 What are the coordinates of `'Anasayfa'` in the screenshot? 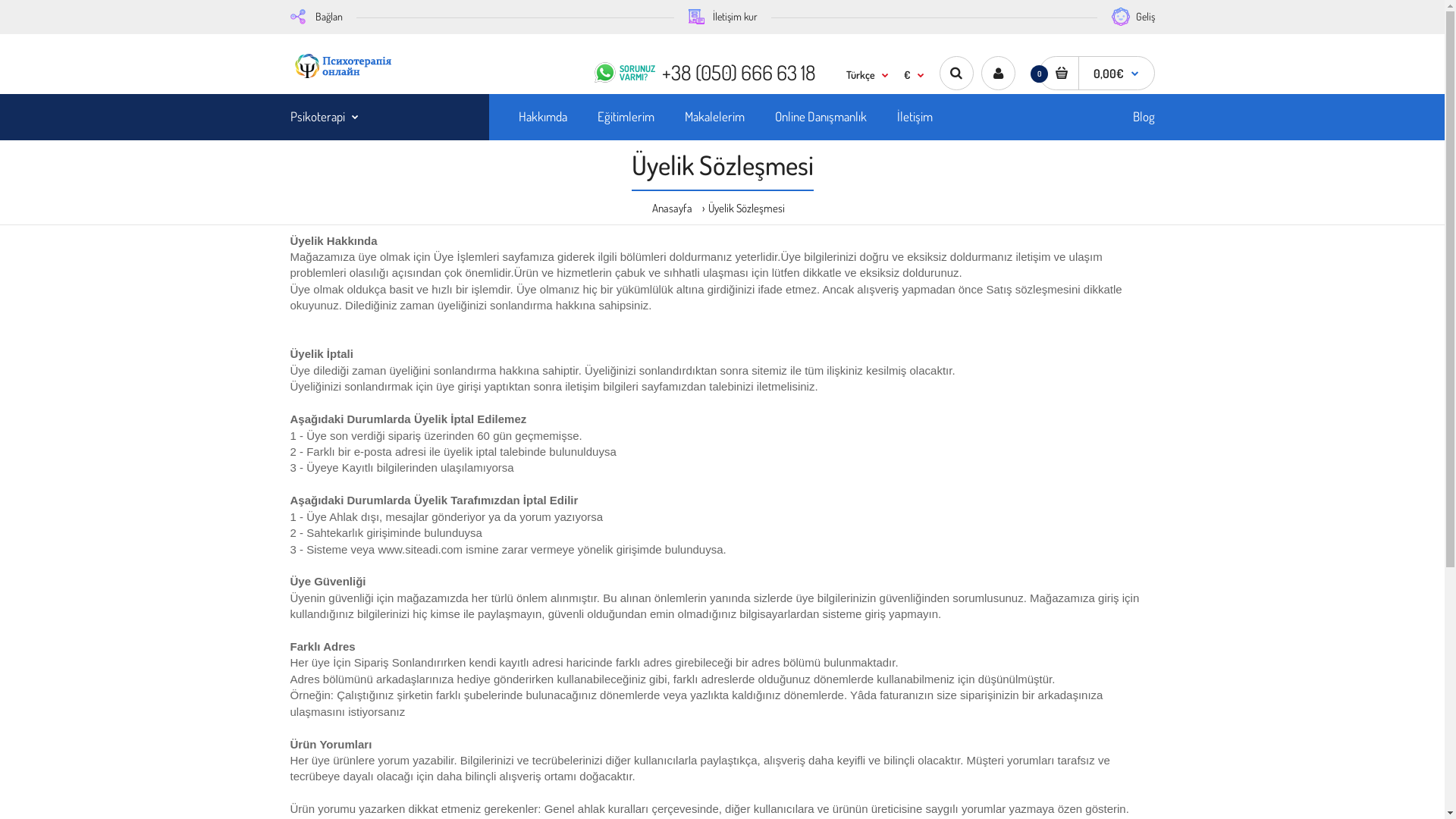 It's located at (671, 207).